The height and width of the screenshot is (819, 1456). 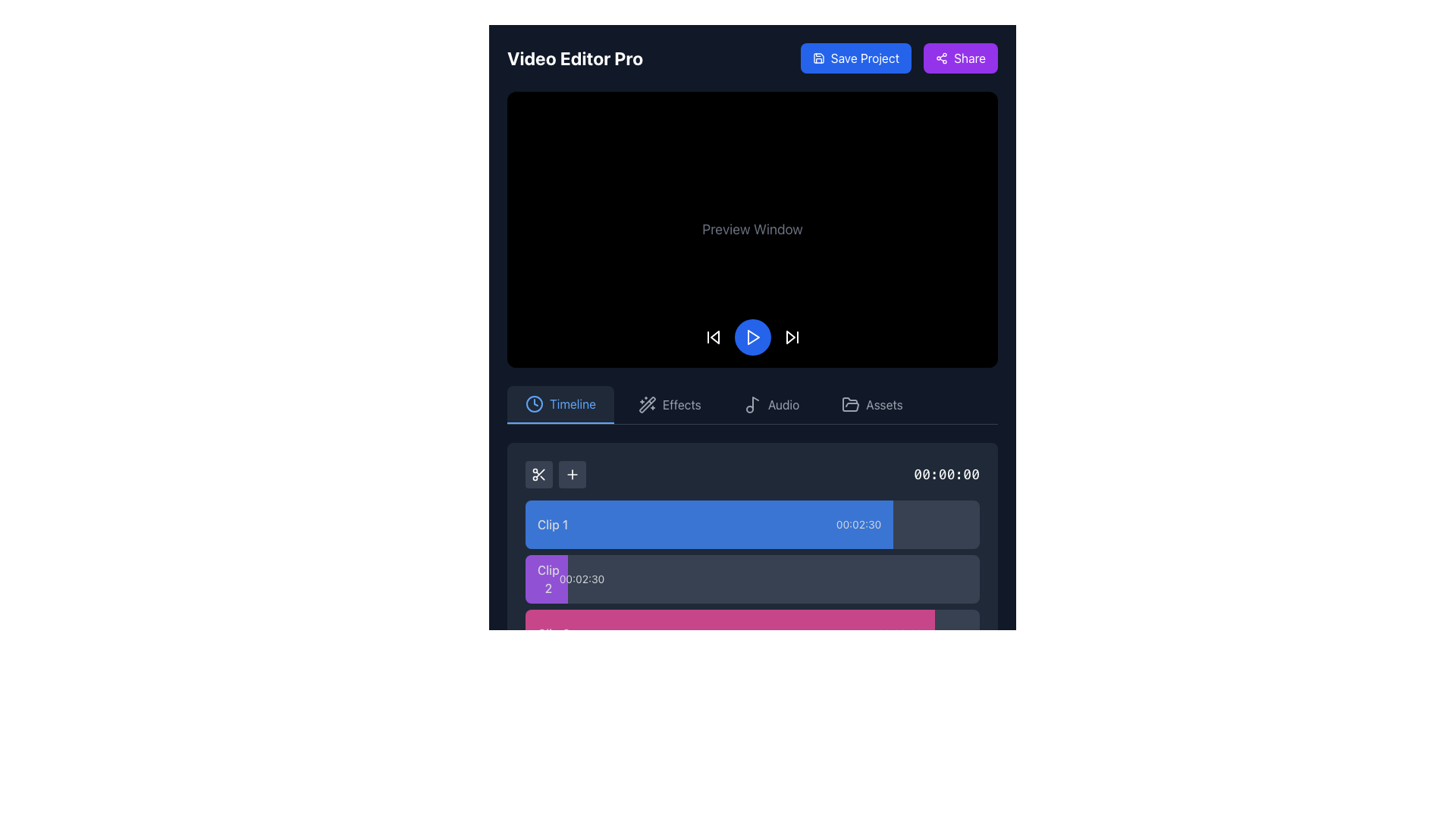 What do you see at coordinates (753, 336) in the screenshot?
I see `the blue triangular play button icon located centrally within a circular blue button, situated underneath the black rectangle labeled 'Preview Window', to play the video` at bounding box center [753, 336].